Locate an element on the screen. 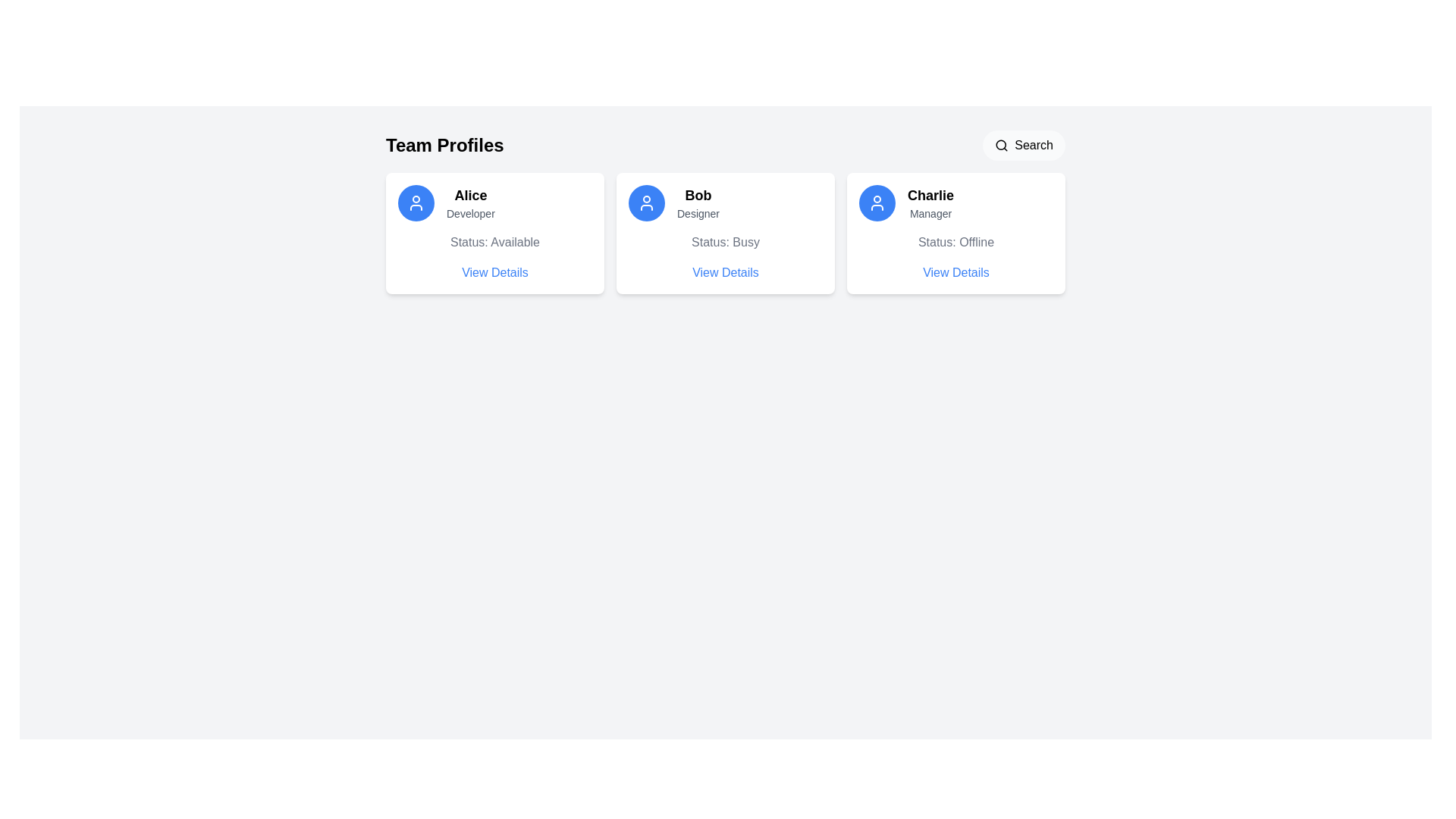 The image size is (1456, 819). the job title label for the individual 'Bob' located below his name in the 'Team Profiles' section of the card is located at coordinates (698, 213).